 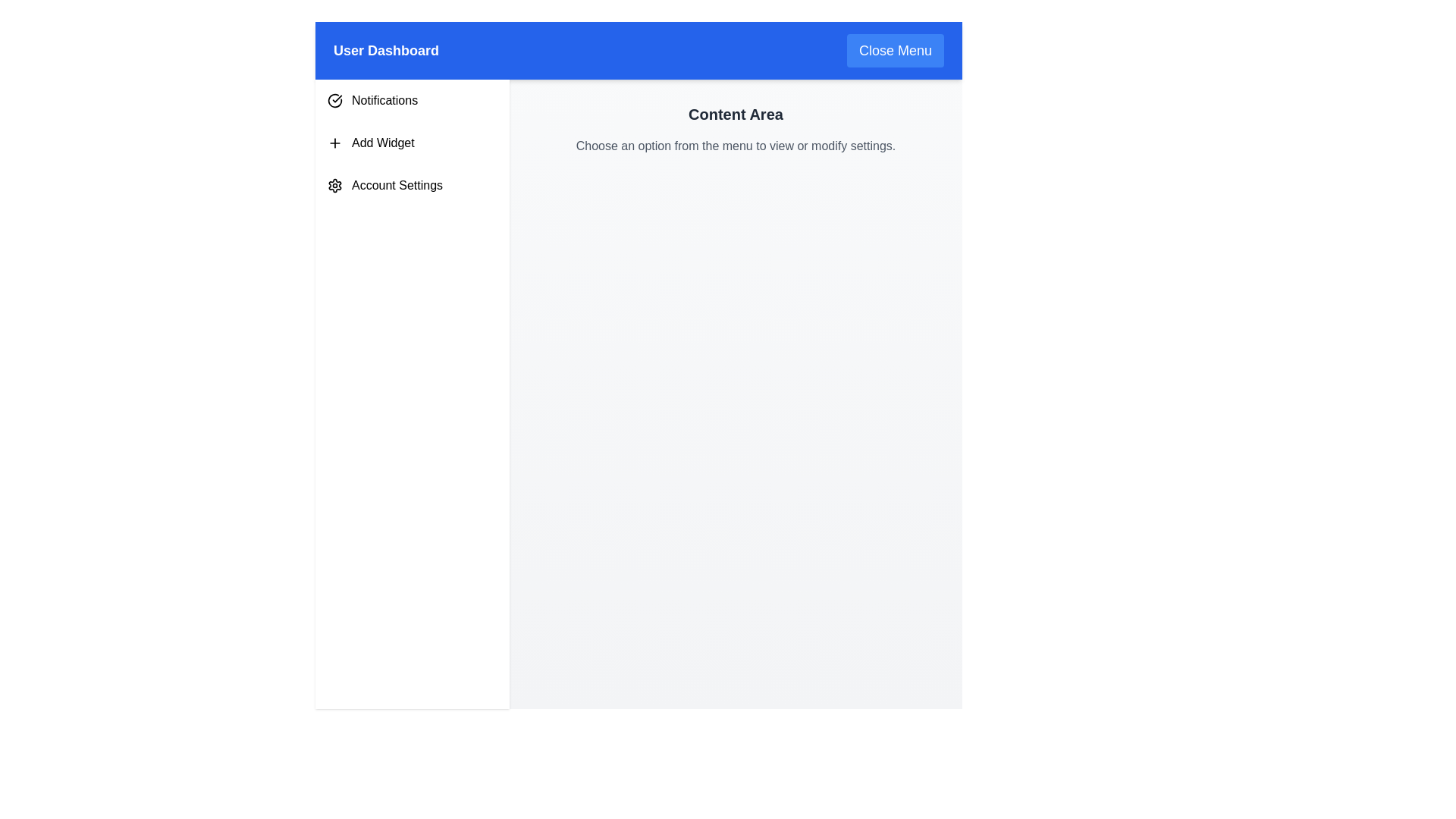 I want to click on the 'Account Settings' menu item, which features a gear icon and is the third item in the sidebar menu list, so click(x=412, y=185).